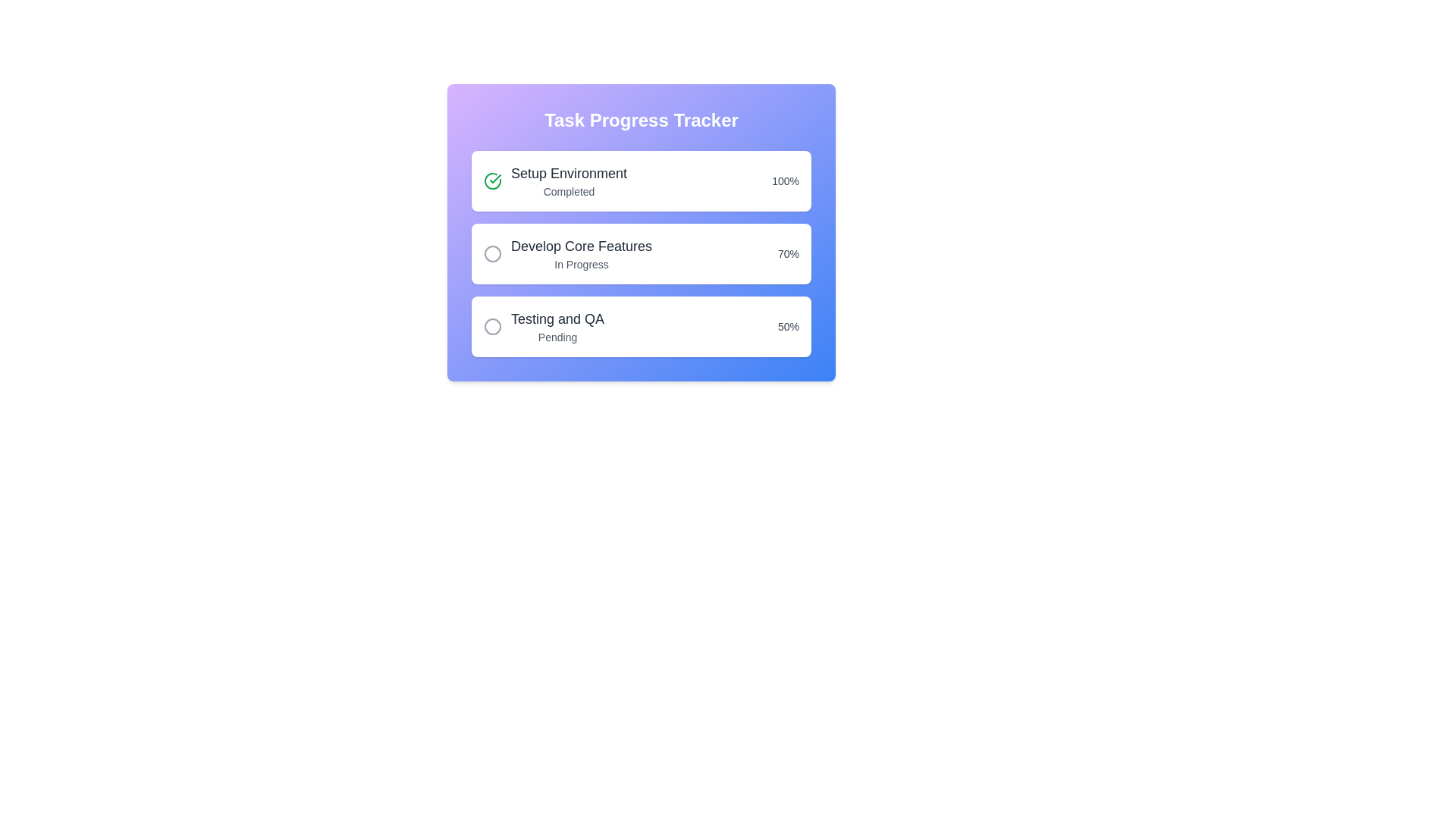 The width and height of the screenshot is (1456, 819). I want to click on text content of the bold text label displaying 'Setup Environment', which is located under the 'Task Progress Tracker' header, so click(568, 172).